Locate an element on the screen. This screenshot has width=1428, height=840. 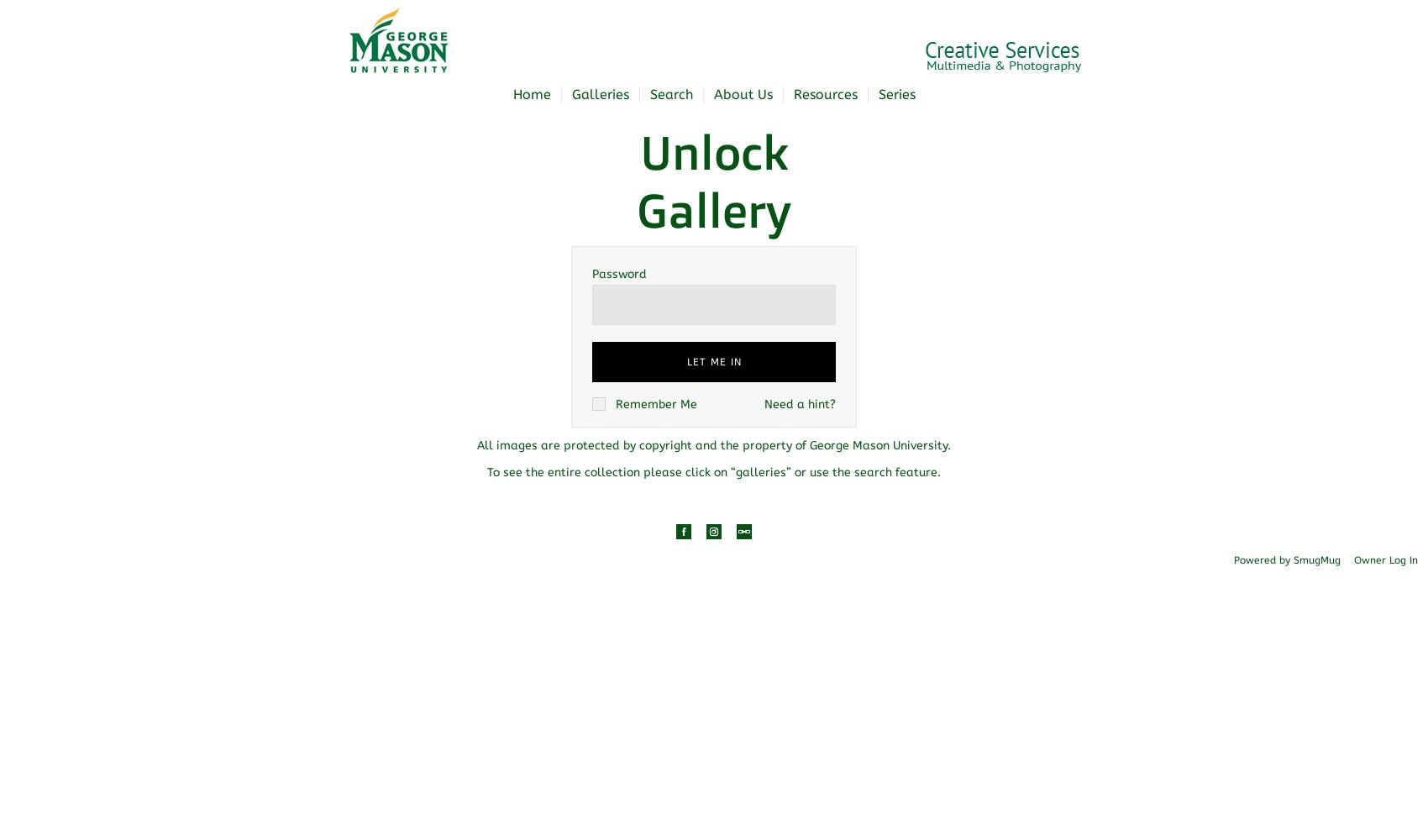
'All images are protected by copyright and the property of George Mason University.' is located at coordinates (714, 444).